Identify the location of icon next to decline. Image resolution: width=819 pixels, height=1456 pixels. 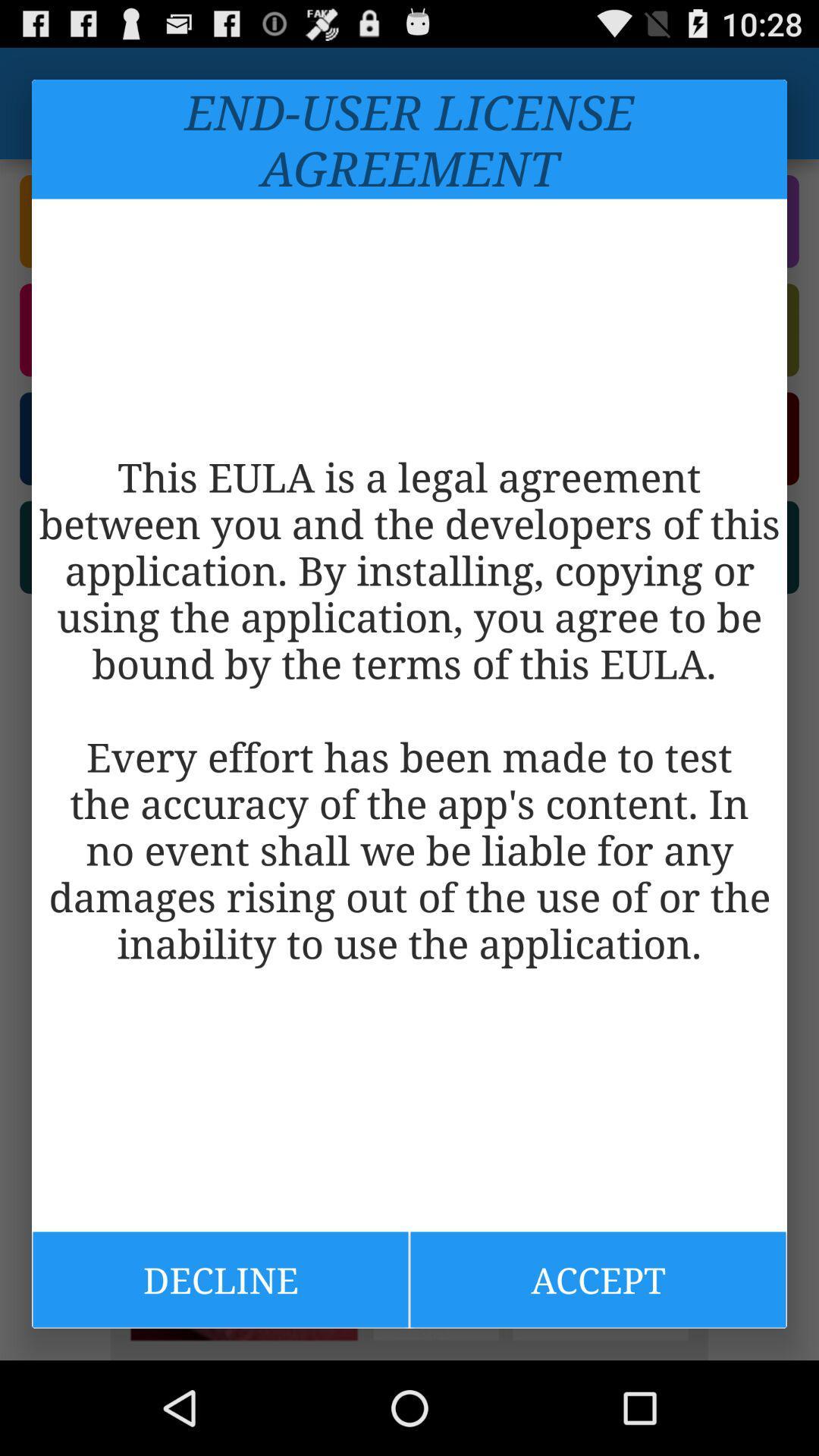
(598, 1279).